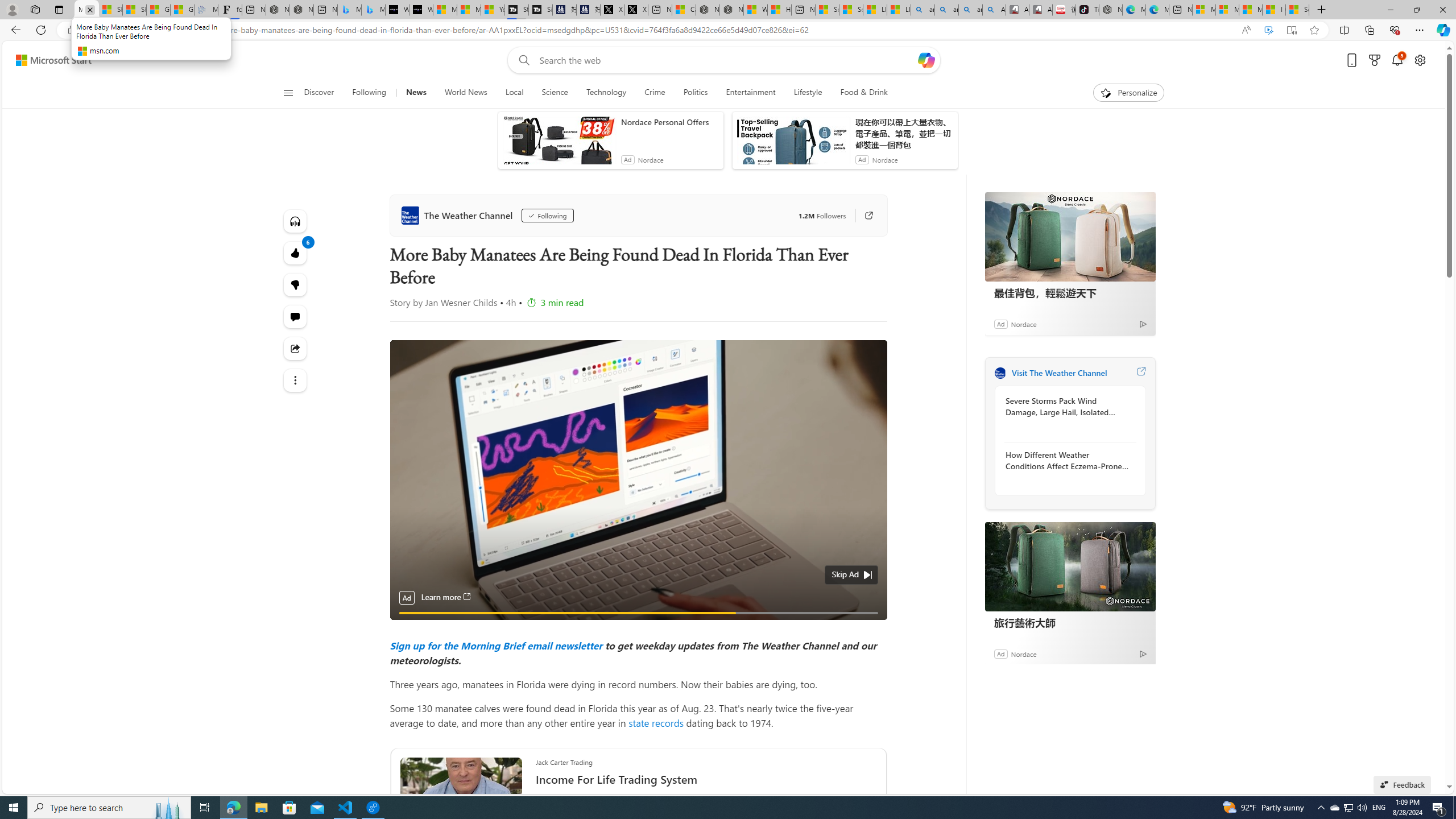 The width and height of the screenshot is (1456, 819). What do you see at coordinates (295, 285) in the screenshot?
I see `'More like this6Fewer like thisStart the conversation'` at bounding box center [295, 285].